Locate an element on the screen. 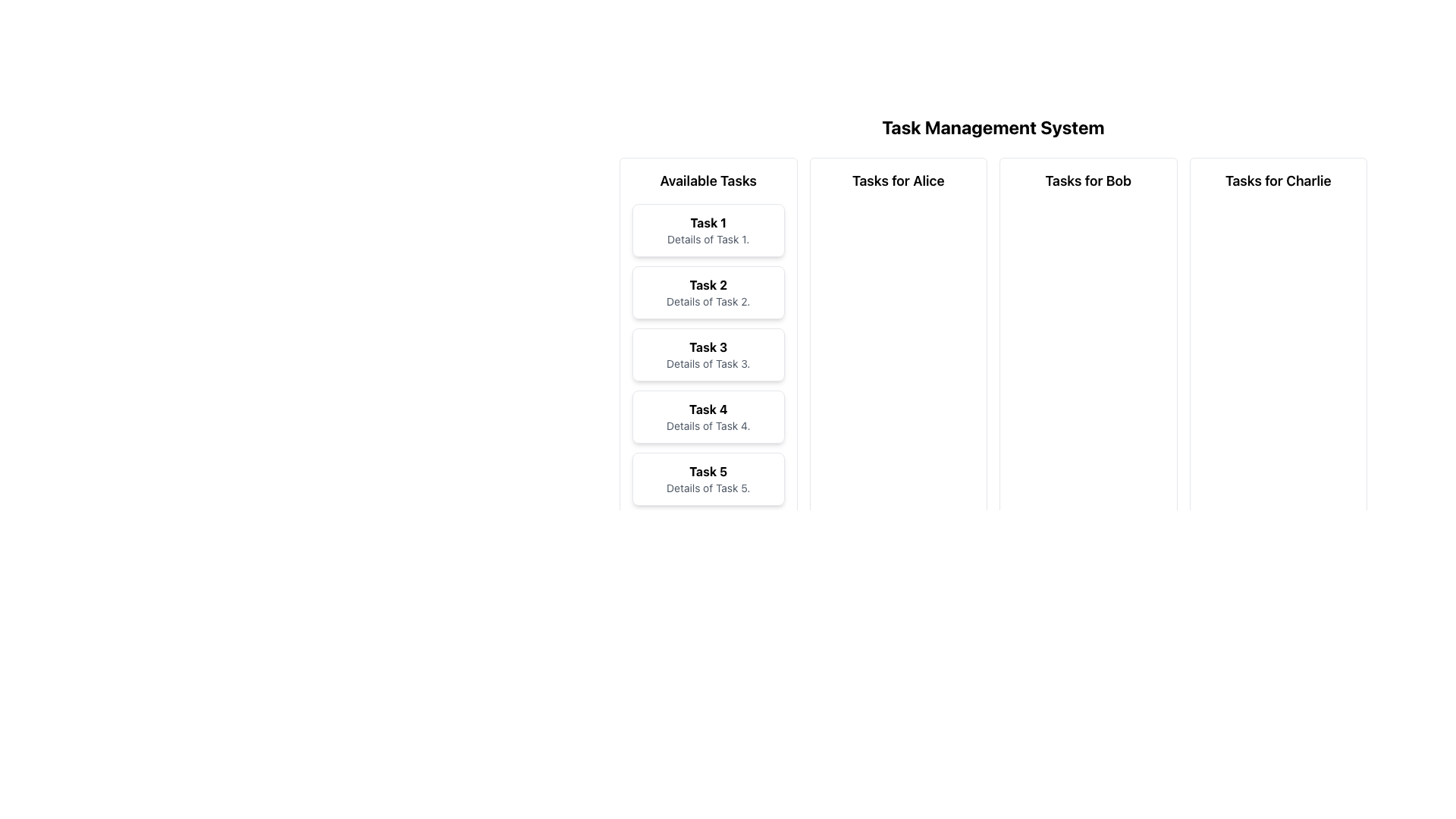  information from the Text label that contains 'Details of Task 1.' located below the title 'Task 1.' in the first task card of 'Available Tasks.' is located at coordinates (708, 239).